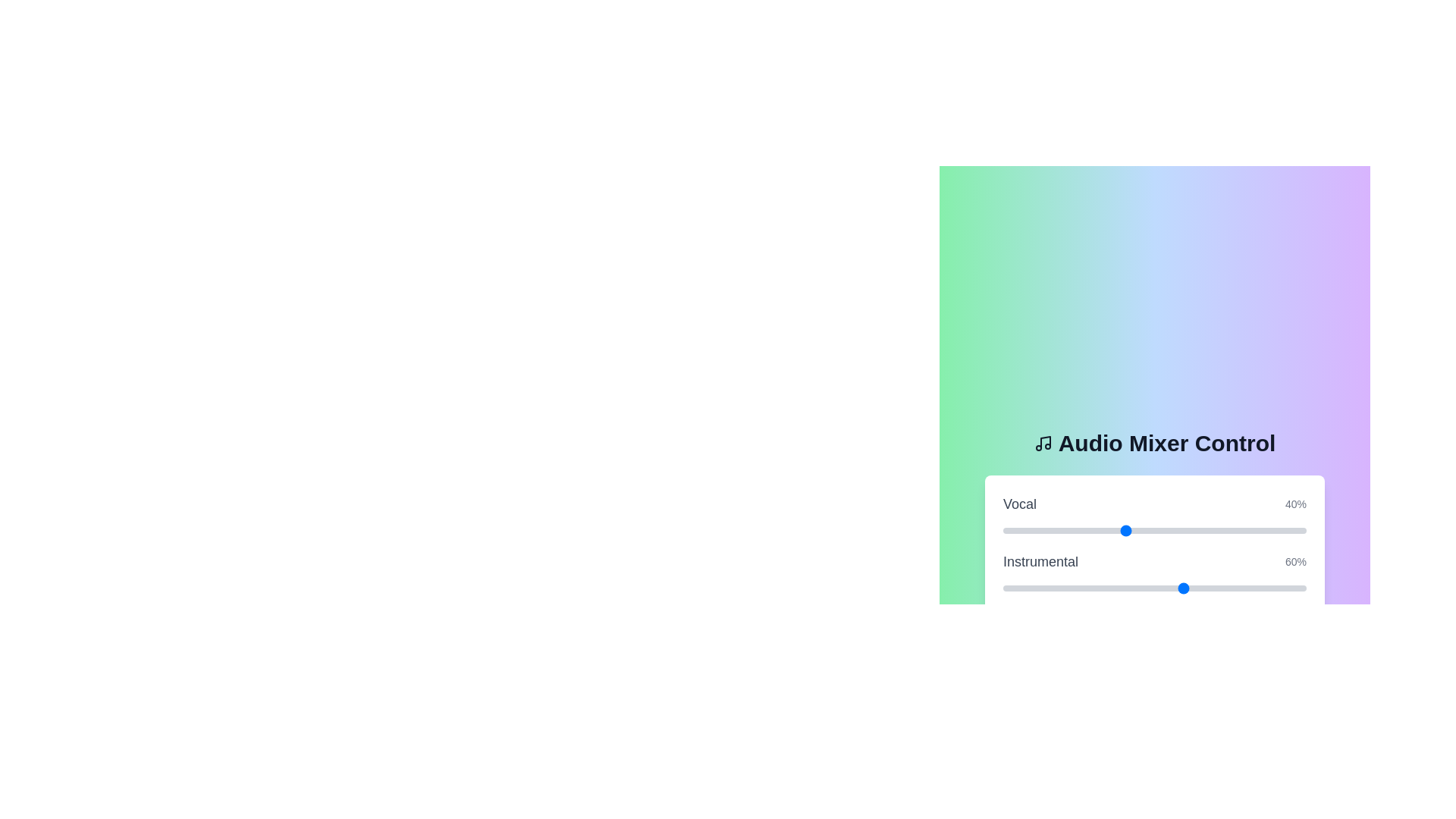 This screenshot has height=819, width=1456. Describe the element at coordinates (1018, 529) in the screenshot. I see `the vocal slider to 5%` at that location.